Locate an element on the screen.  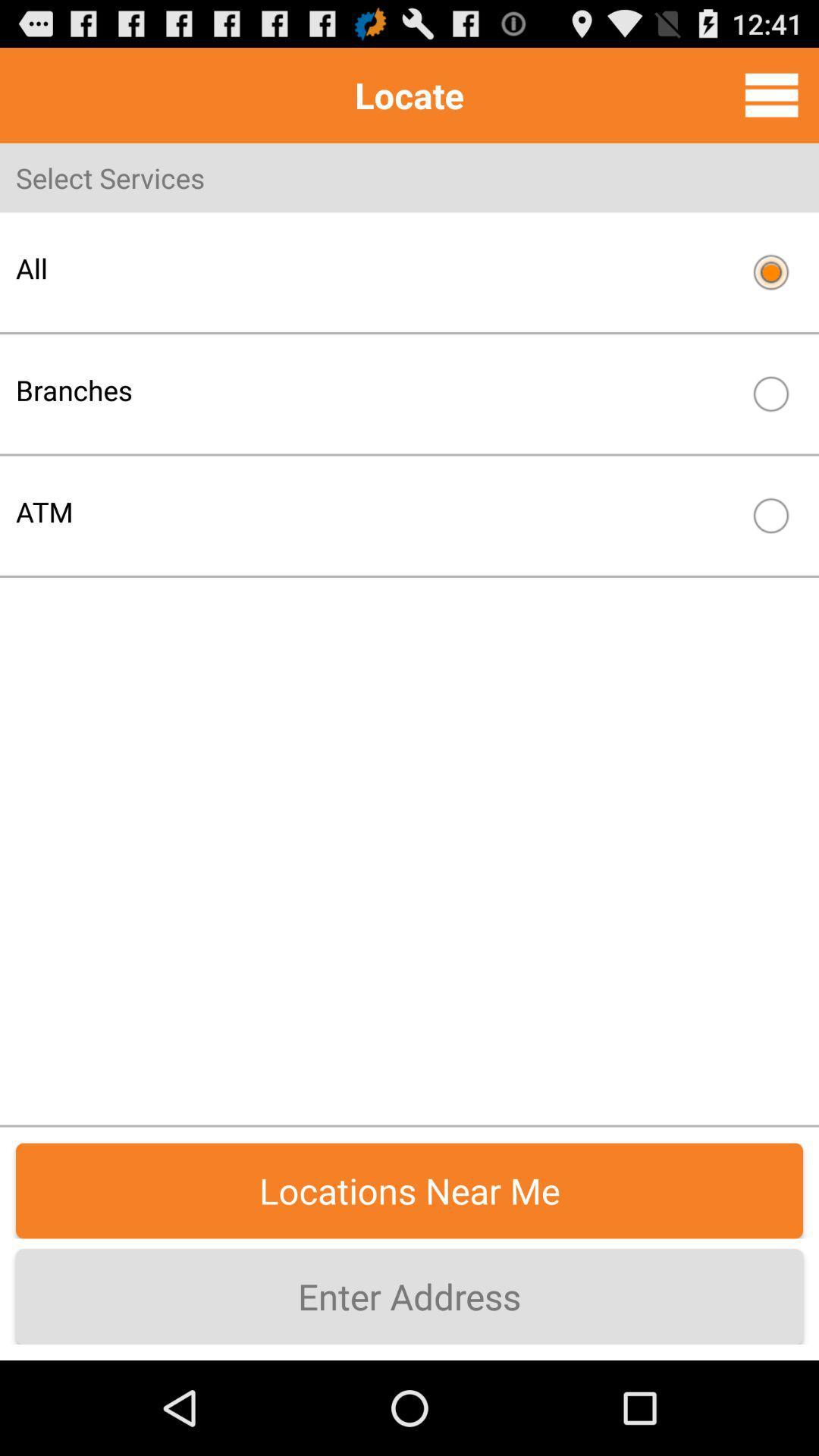
the locations near me is located at coordinates (409, 1190).